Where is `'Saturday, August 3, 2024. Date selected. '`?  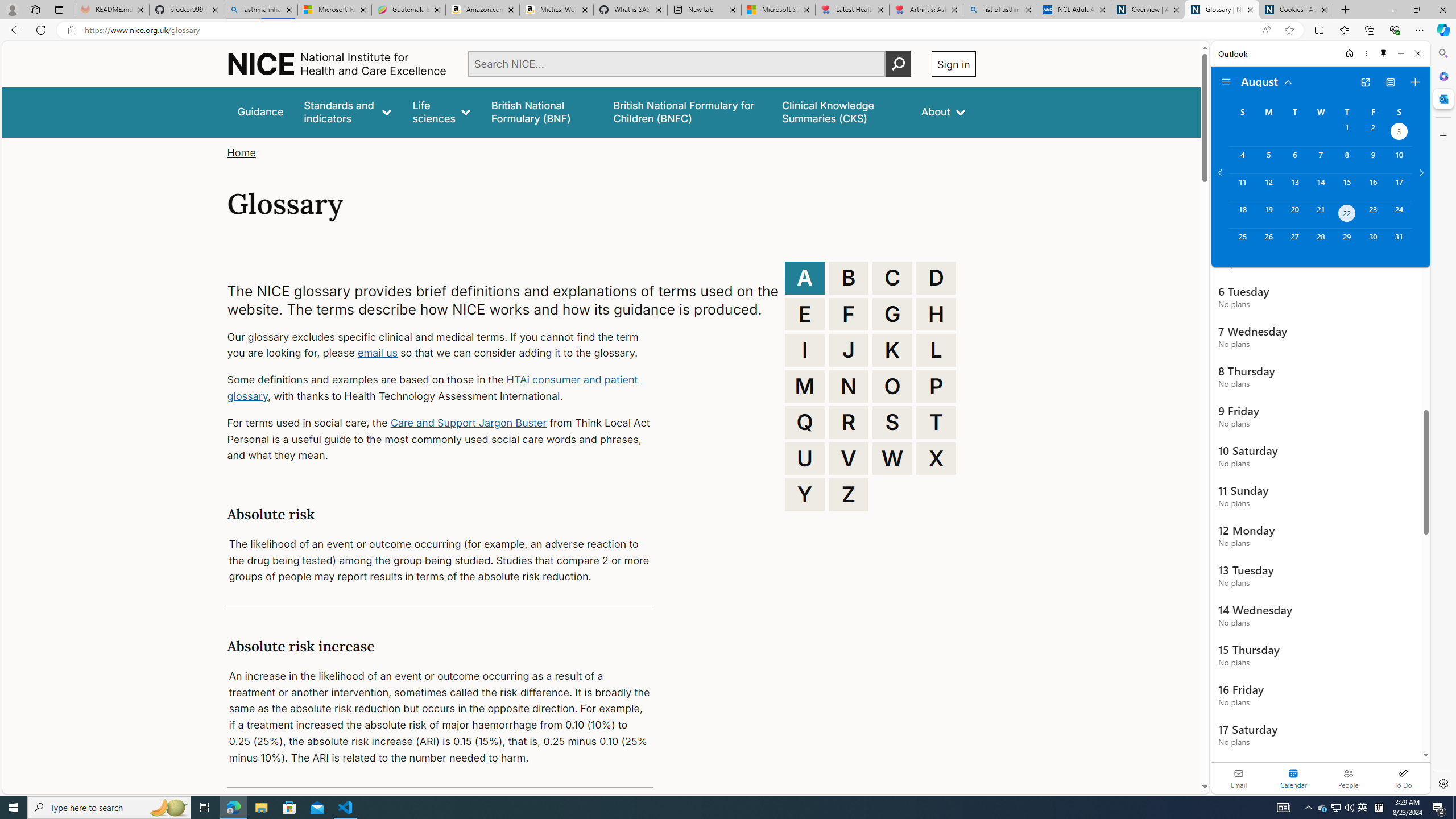 'Saturday, August 3, 2024. Date selected. ' is located at coordinates (1399, 133).